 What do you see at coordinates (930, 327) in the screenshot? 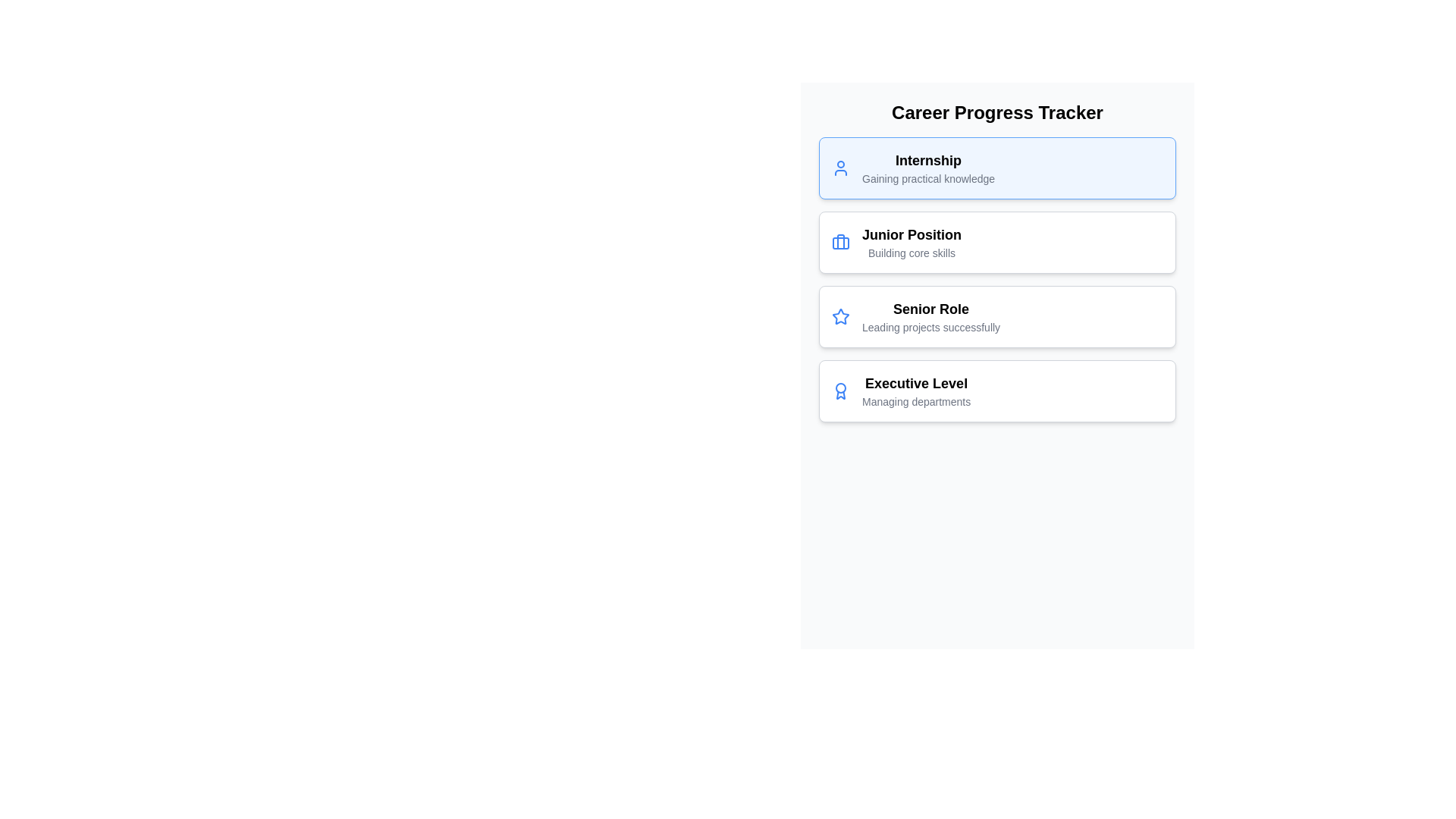
I see `the subtitle text displaying 'Leading projects successfully', which is styled in gray and positioned below the main title 'Senior Role' in the Career Progress Tracker interface` at bounding box center [930, 327].